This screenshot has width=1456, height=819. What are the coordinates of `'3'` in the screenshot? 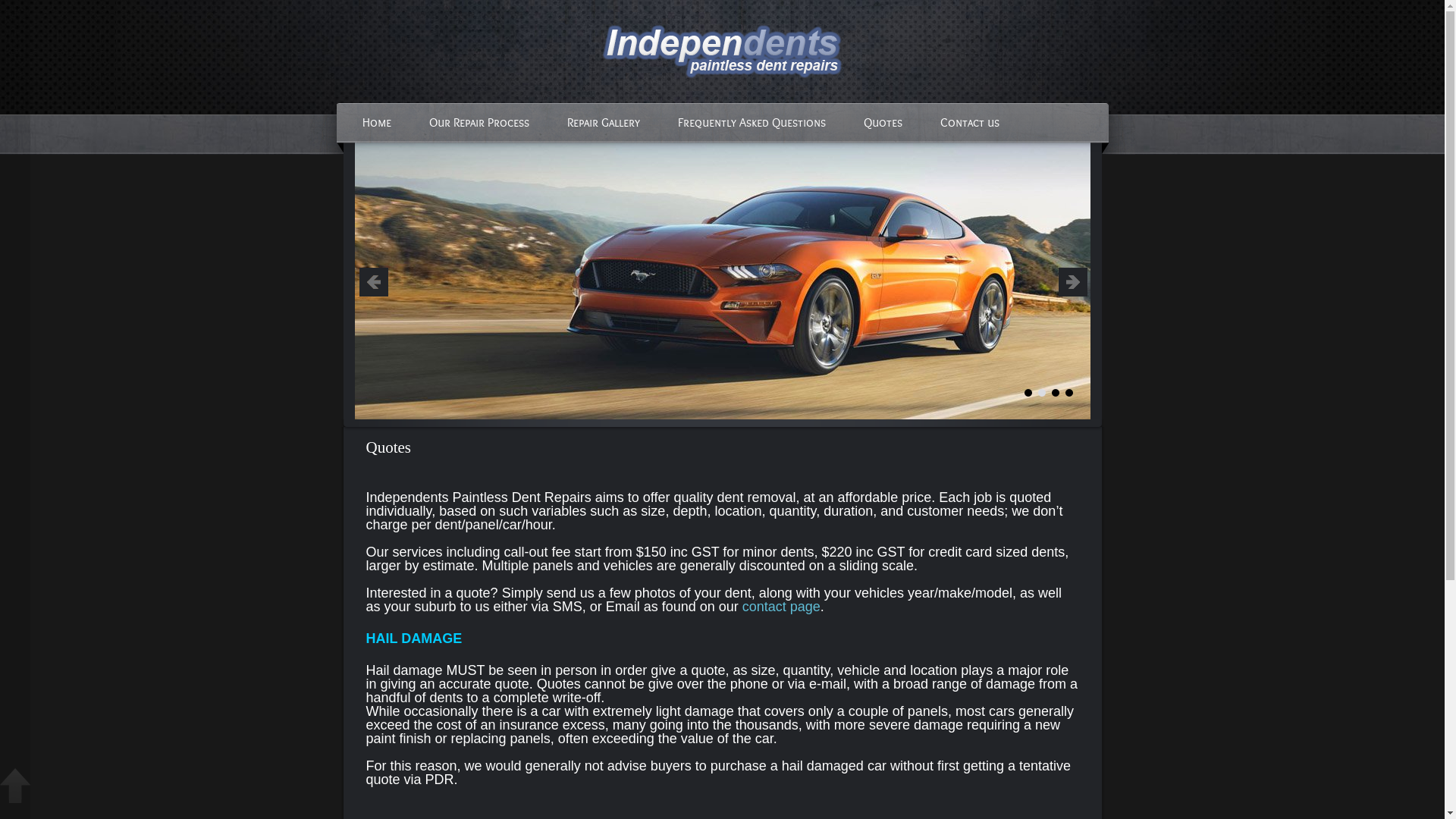 It's located at (1054, 391).